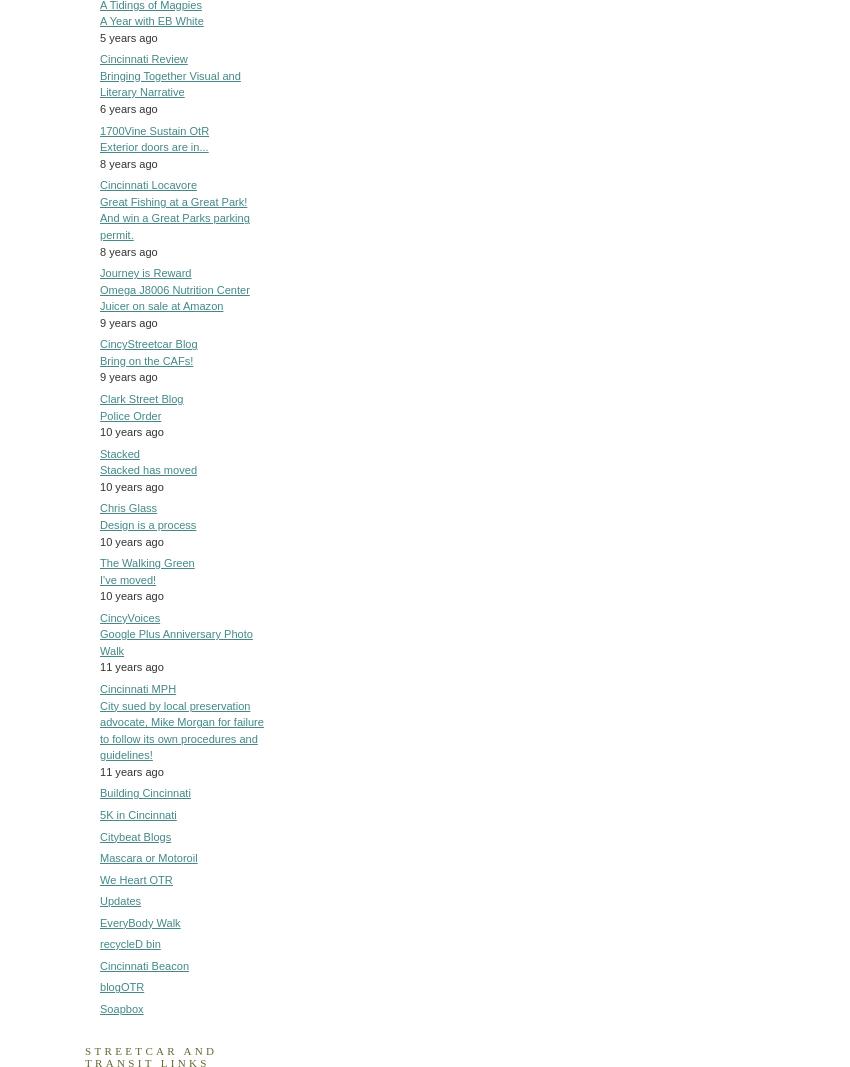 This screenshot has height=1067, width=850. I want to click on 'Stacked', so click(118, 452).